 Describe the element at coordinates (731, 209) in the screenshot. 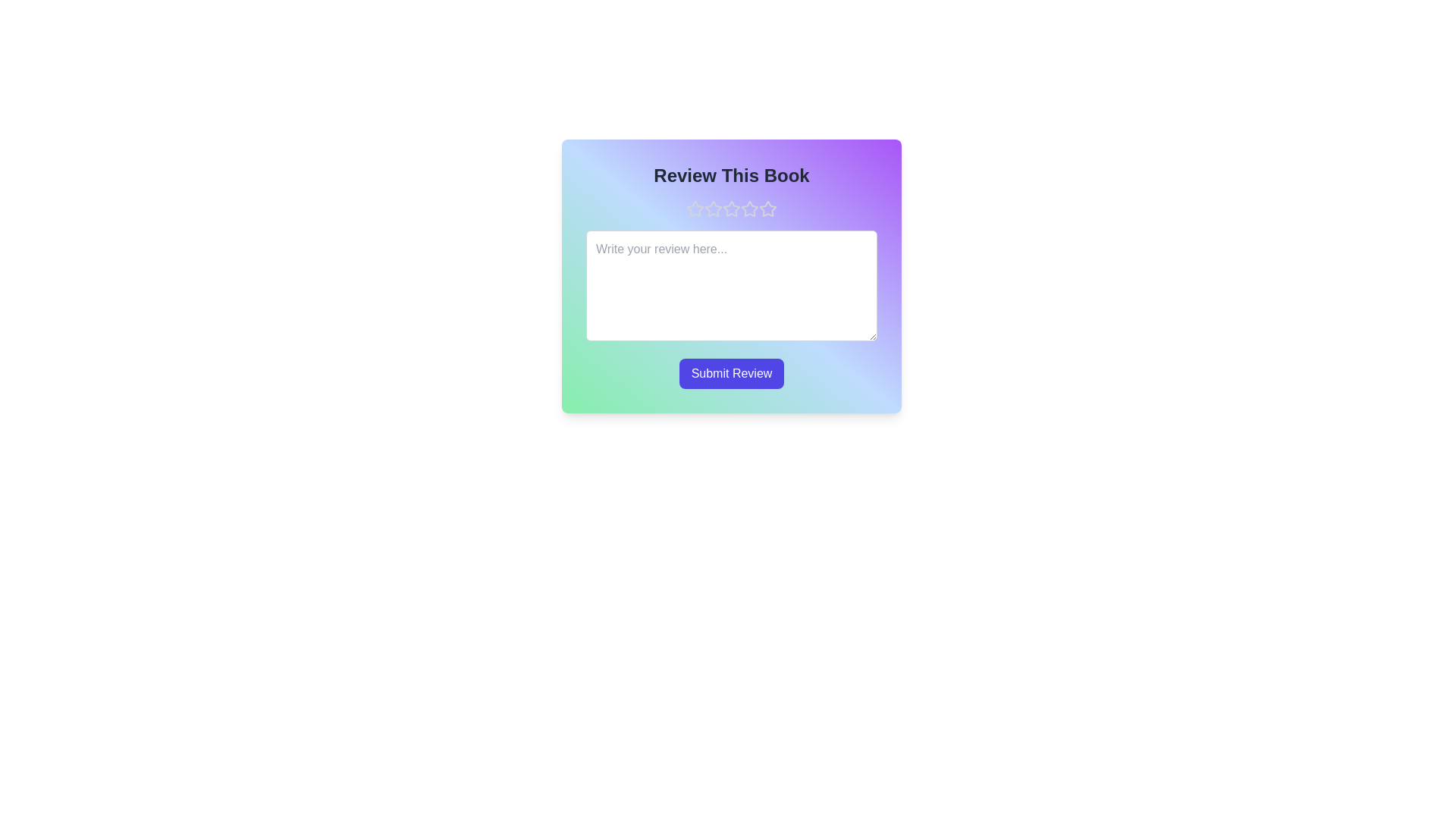

I see `the star corresponding to 3 stars to preview the rating` at that location.